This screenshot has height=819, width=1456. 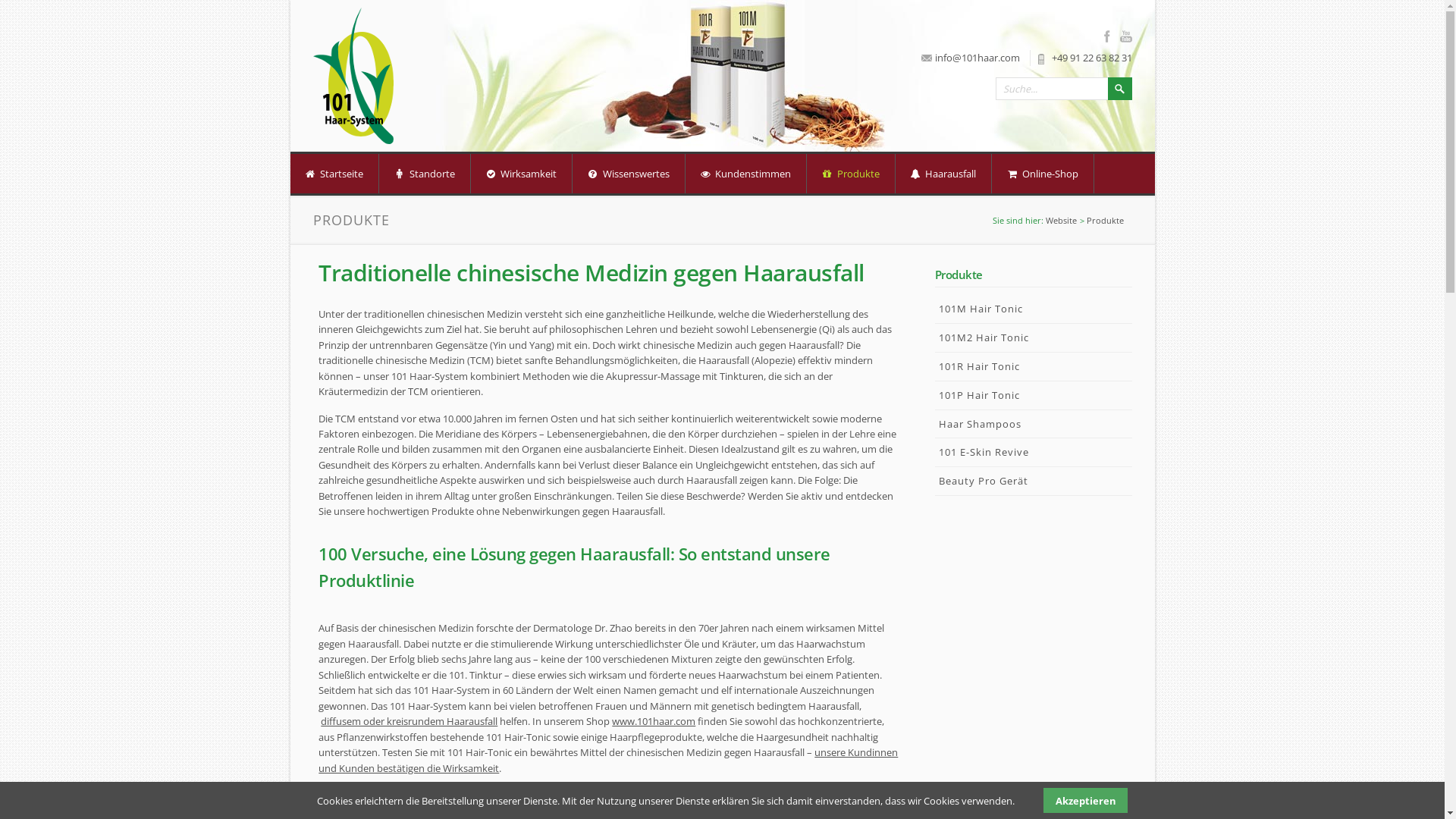 I want to click on 'Website', so click(x=1060, y=220).